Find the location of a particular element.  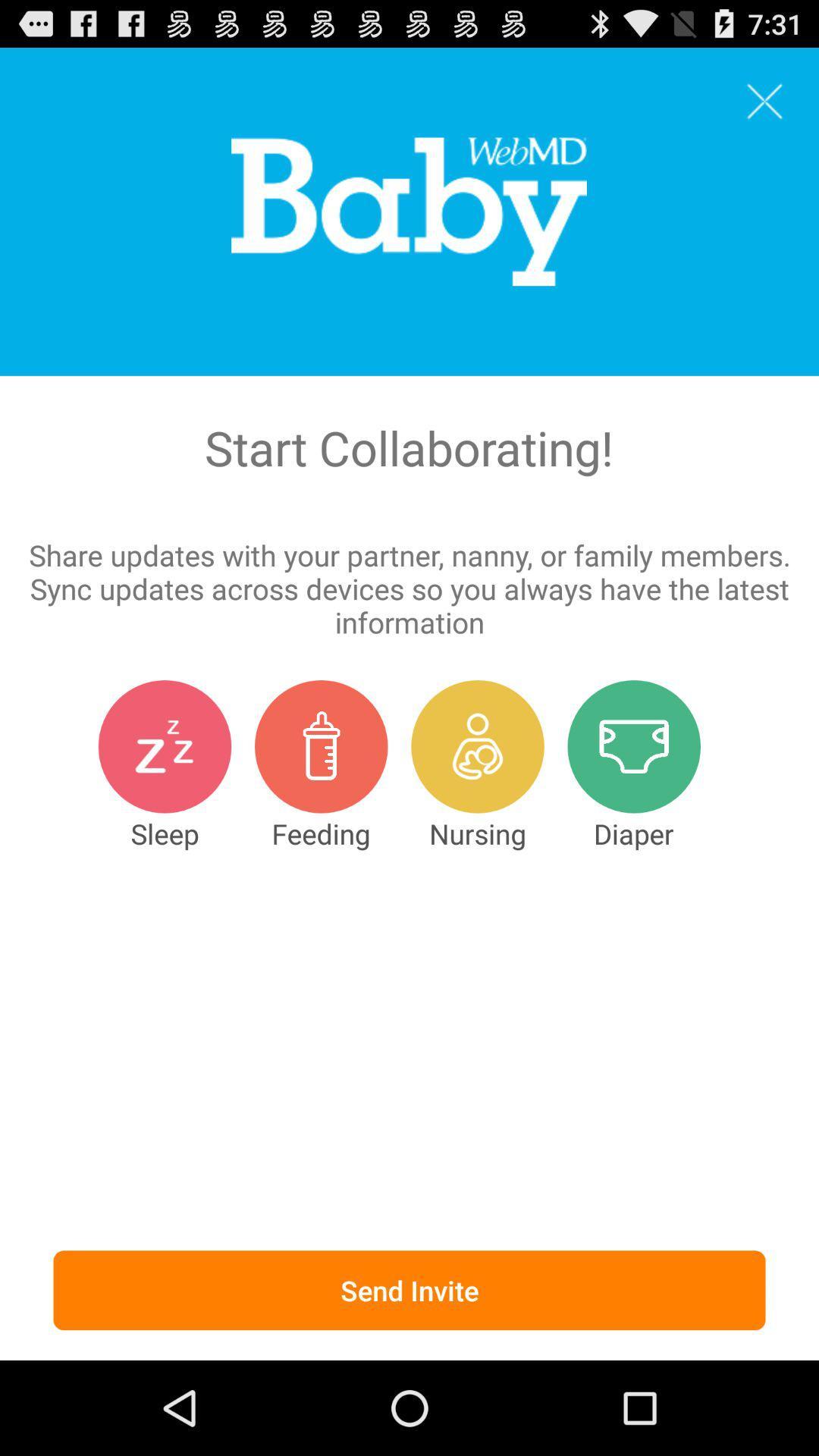

the send invite icon is located at coordinates (409, 1289).